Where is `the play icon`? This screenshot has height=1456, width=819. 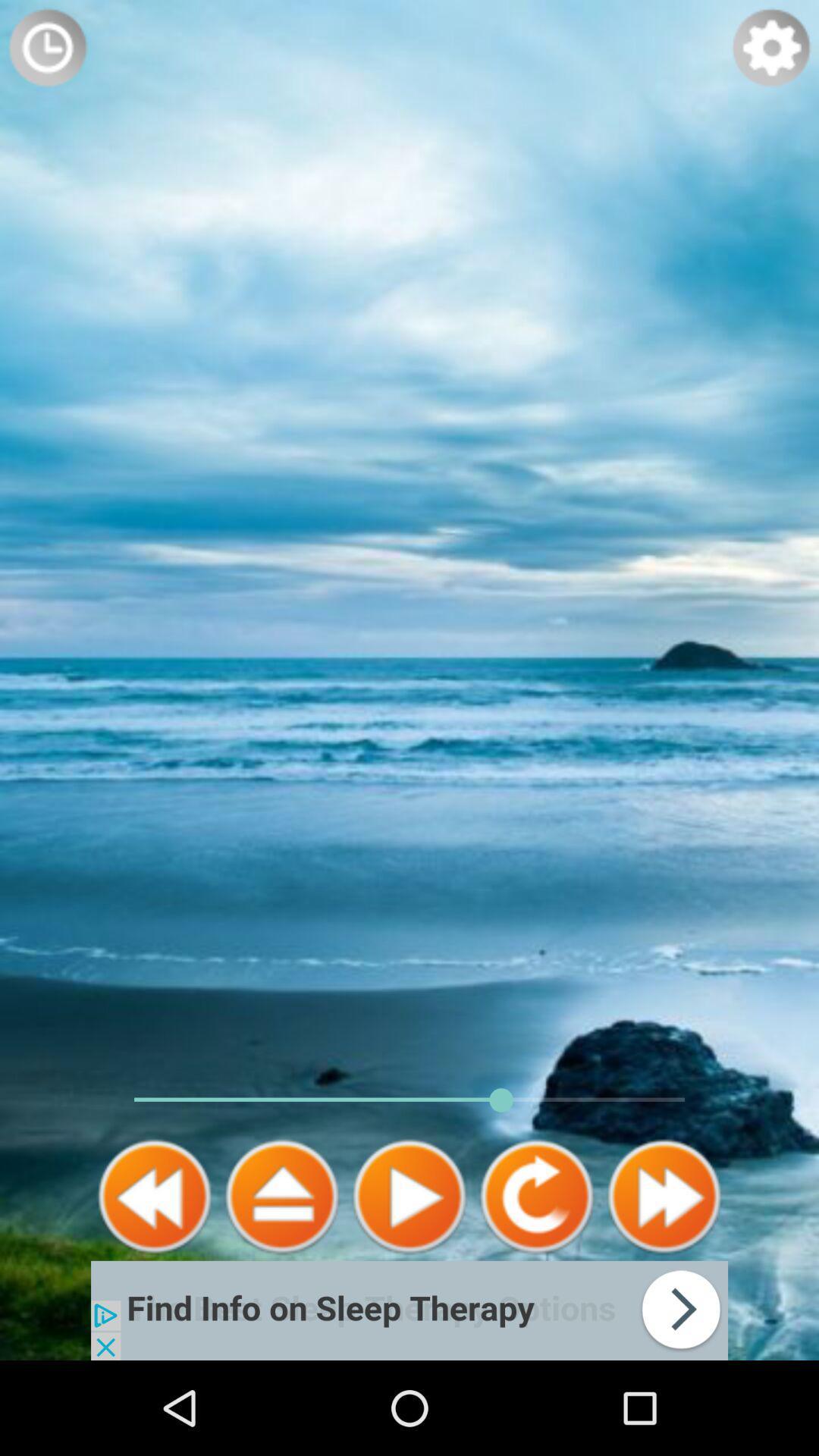 the play icon is located at coordinates (409, 1280).